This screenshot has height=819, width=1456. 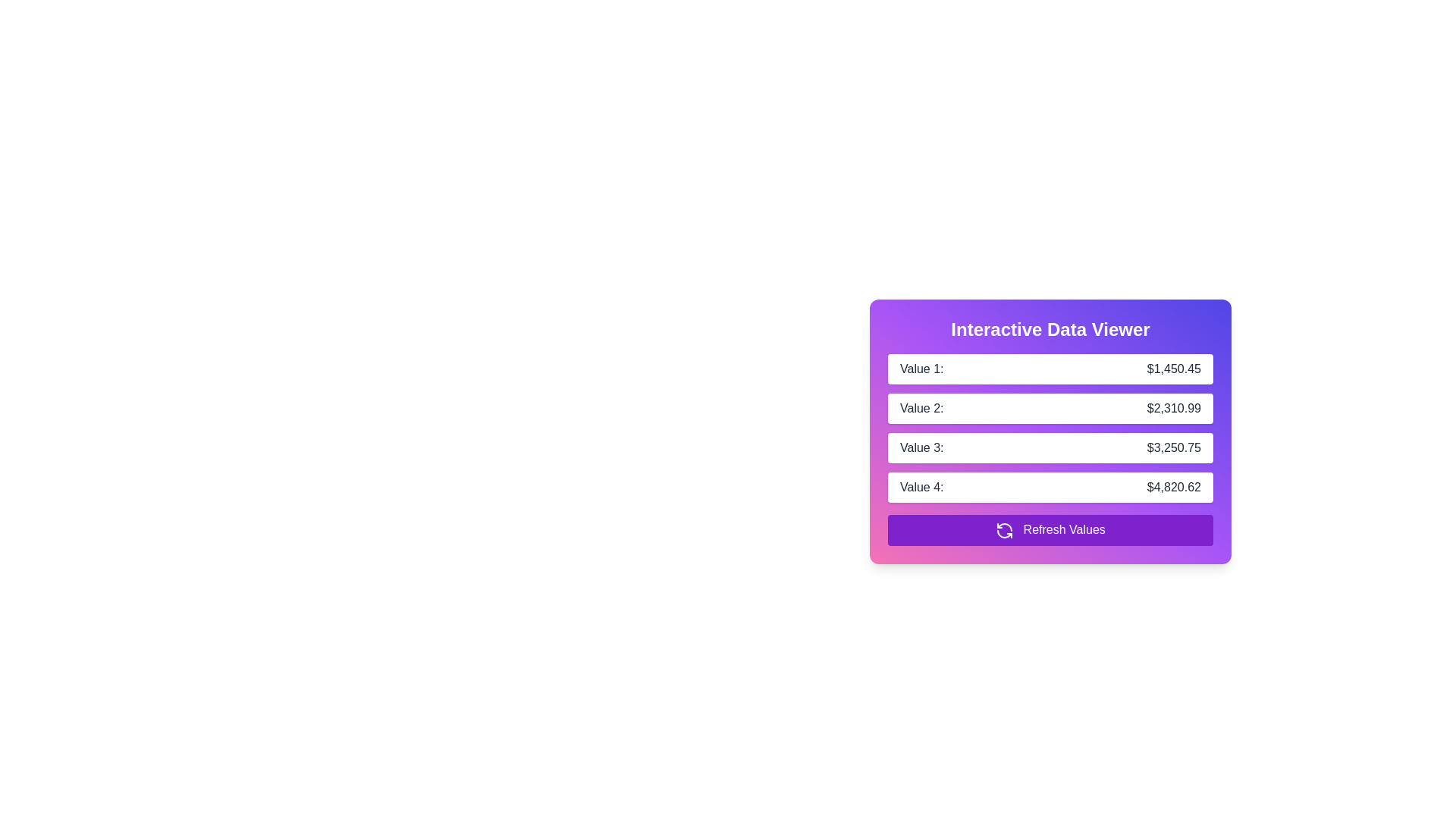 What do you see at coordinates (1050, 428) in the screenshot?
I see `displayed data from the centrally located list of value-label pairs in the 'Interactive Data Viewer'` at bounding box center [1050, 428].